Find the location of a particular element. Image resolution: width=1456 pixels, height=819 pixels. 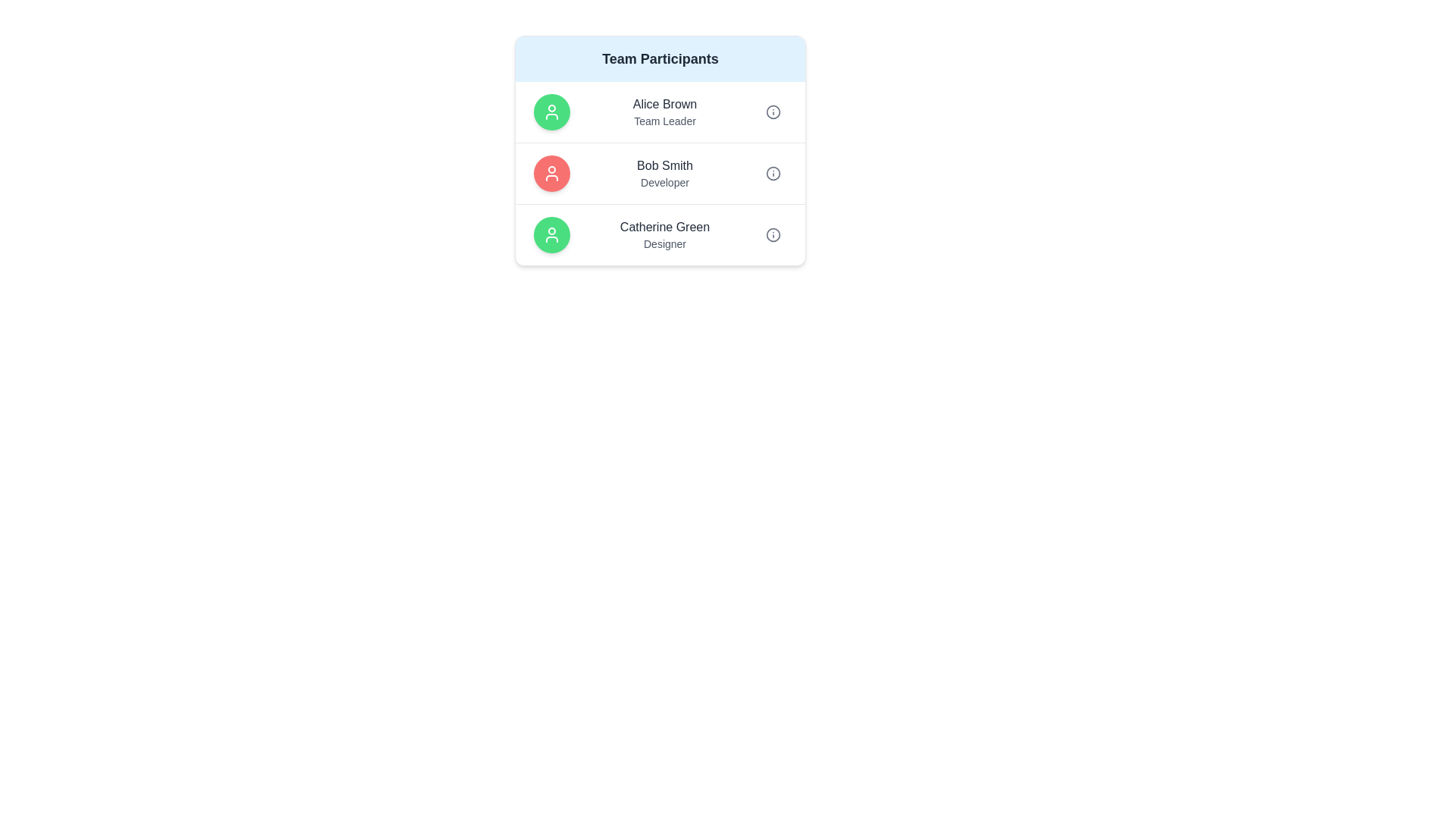

the small circular gray button with an information icon in the 'Catherine Green Designer' list item in the 'Team Participants' section is located at coordinates (773, 234).